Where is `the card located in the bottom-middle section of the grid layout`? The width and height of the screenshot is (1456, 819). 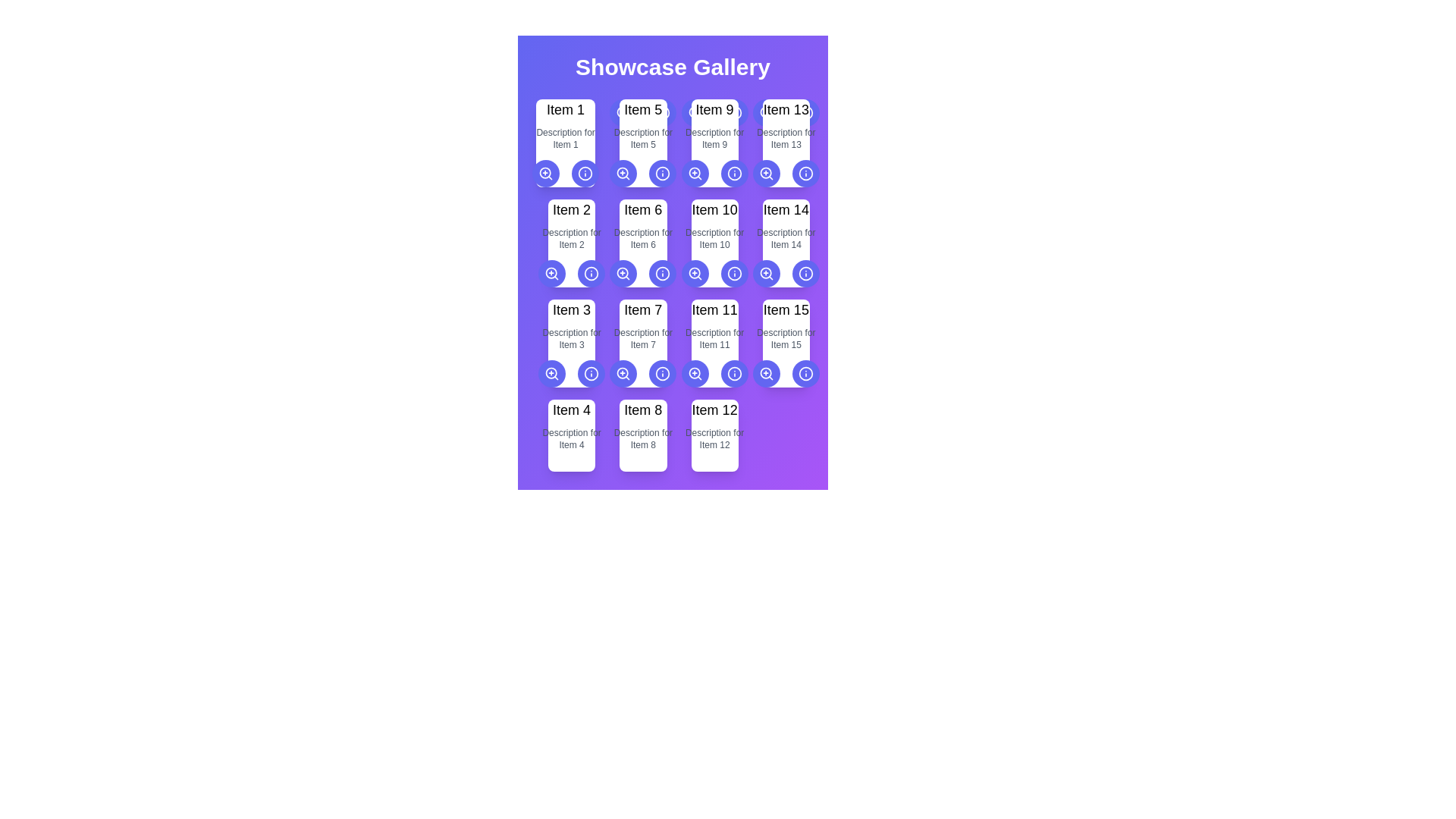
the card located in the bottom-middle section of the grid layout is located at coordinates (678, 285).